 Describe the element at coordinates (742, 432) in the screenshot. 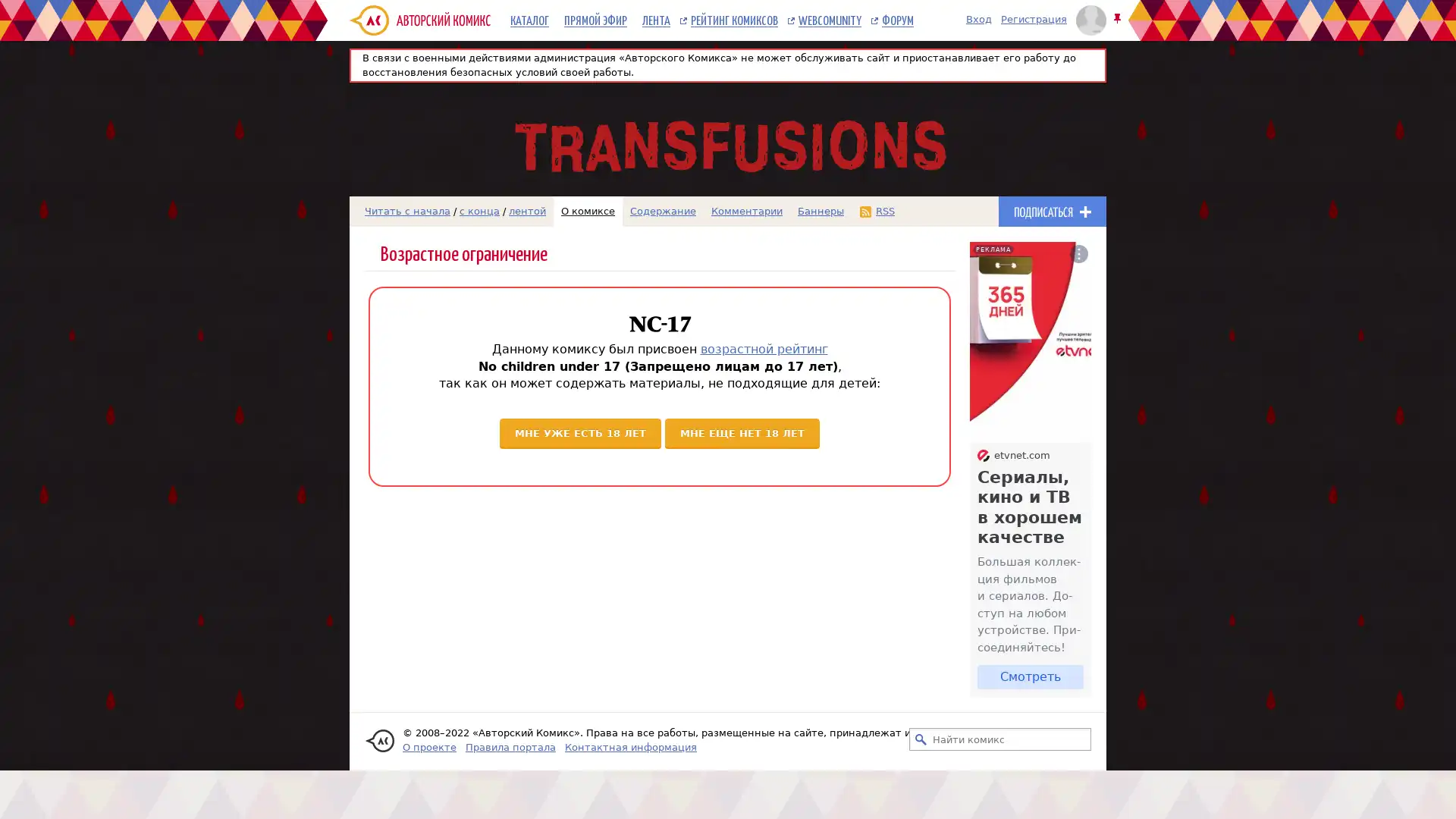

I see `18` at that location.